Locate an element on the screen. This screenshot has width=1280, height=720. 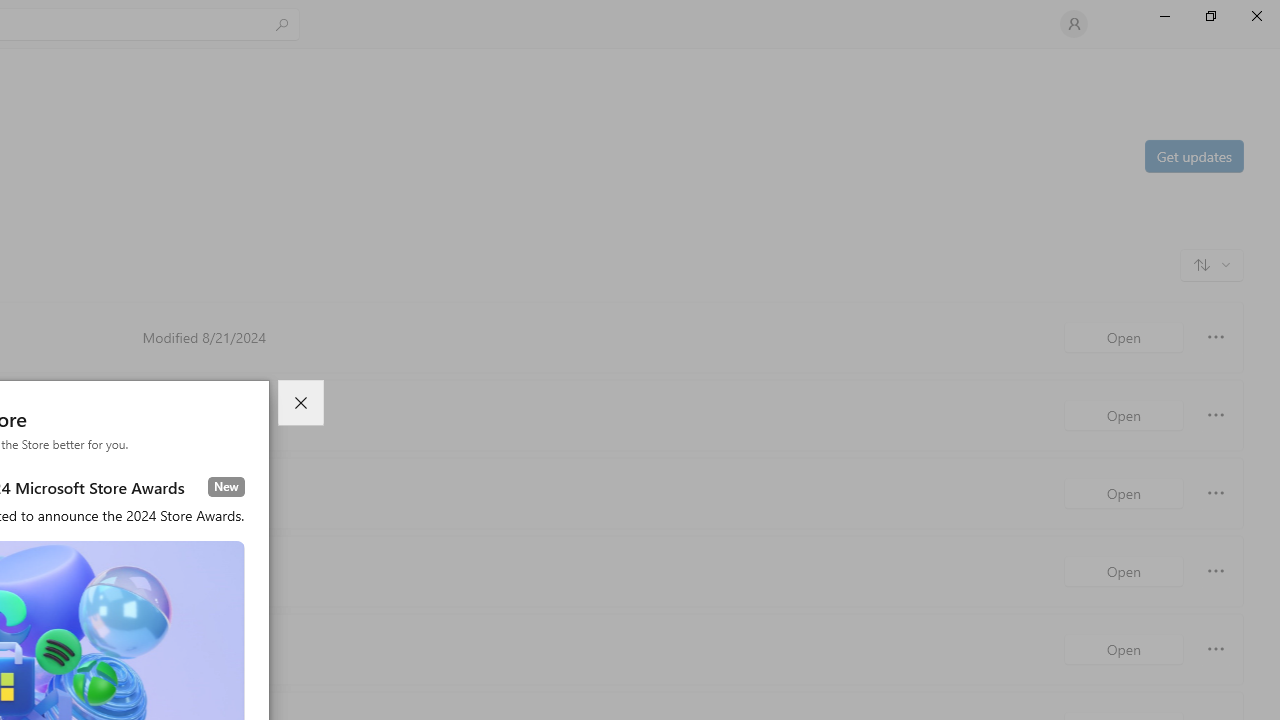
'Minimize Microsoft Store' is located at coordinates (1164, 15).